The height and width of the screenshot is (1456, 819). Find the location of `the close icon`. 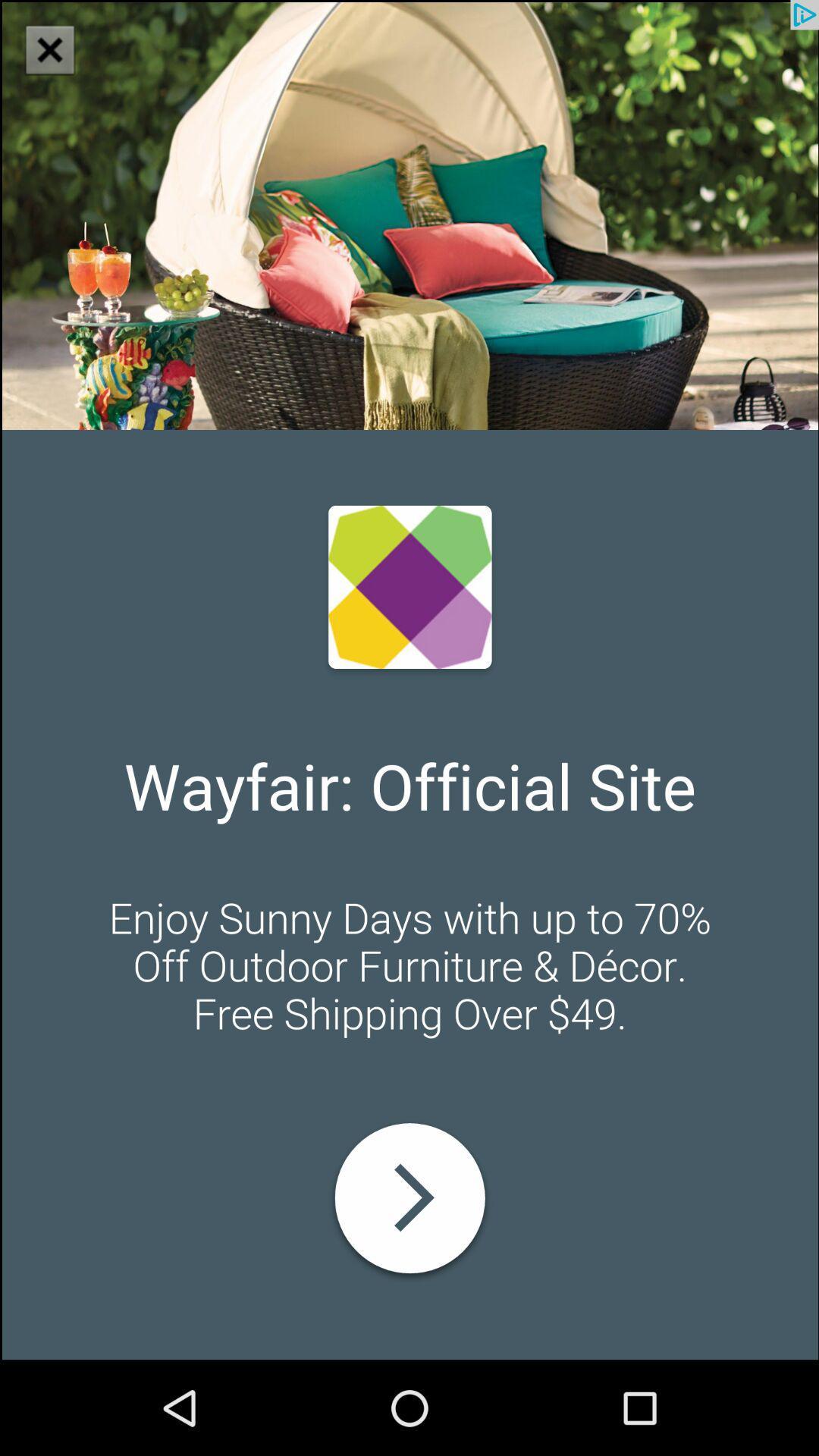

the close icon is located at coordinates (58, 59).